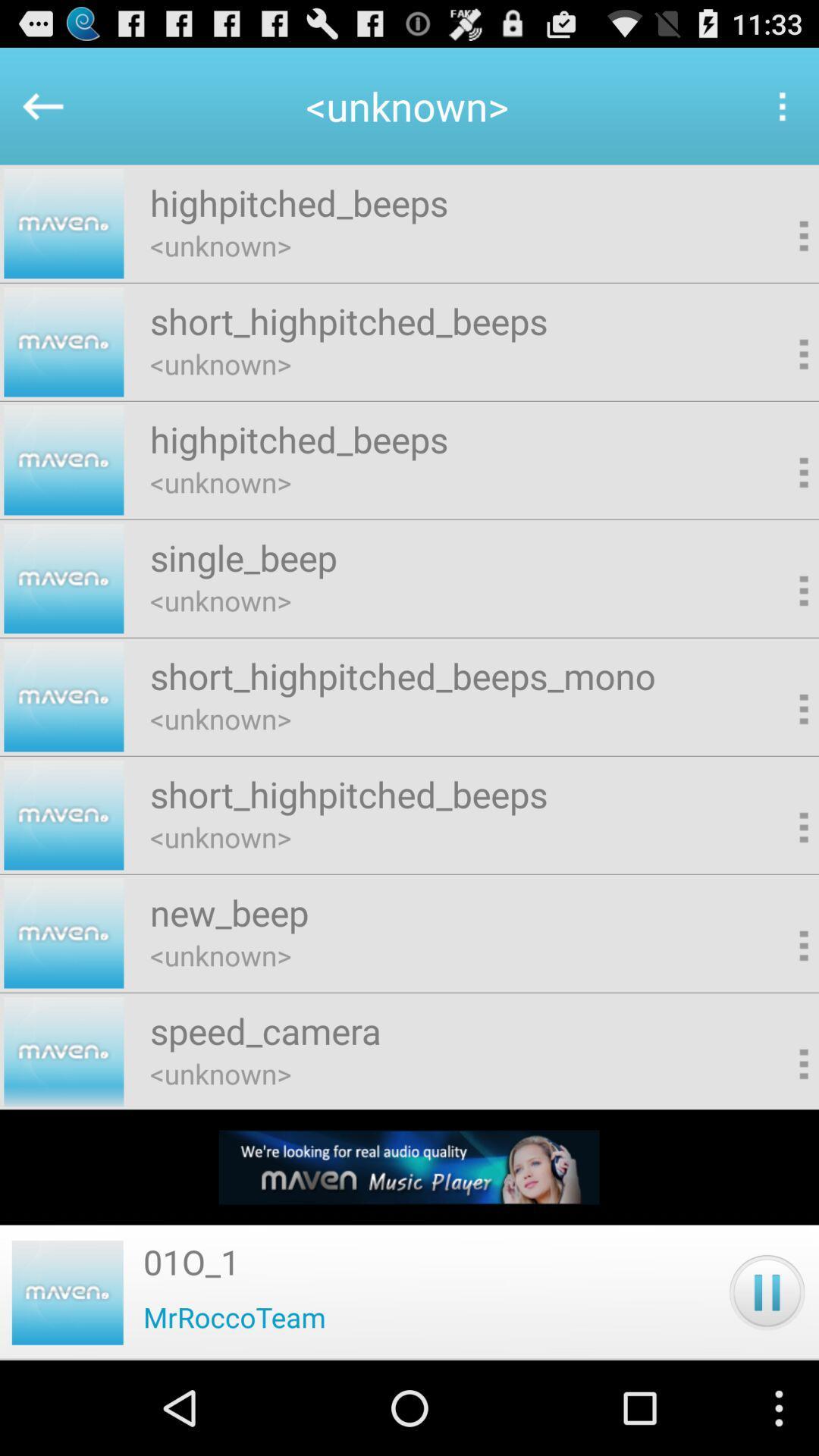  Describe the element at coordinates (781, 113) in the screenshot. I see `the more icon` at that location.